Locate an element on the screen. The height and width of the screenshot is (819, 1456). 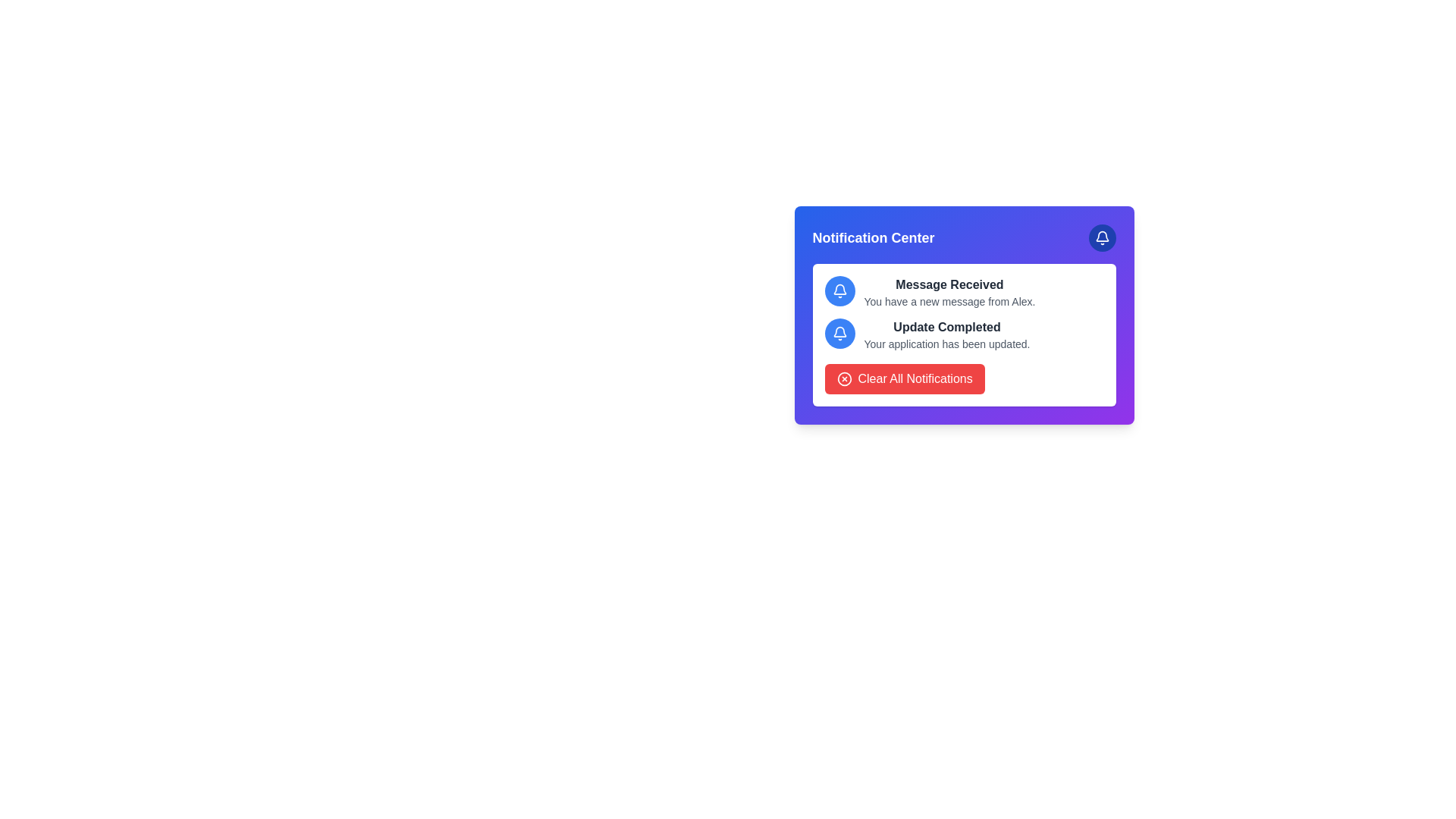
the first informational notification in the notifications section, which indicates a recent message received and is located above the 'Update Completed' notification is located at coordinates (963, 292).